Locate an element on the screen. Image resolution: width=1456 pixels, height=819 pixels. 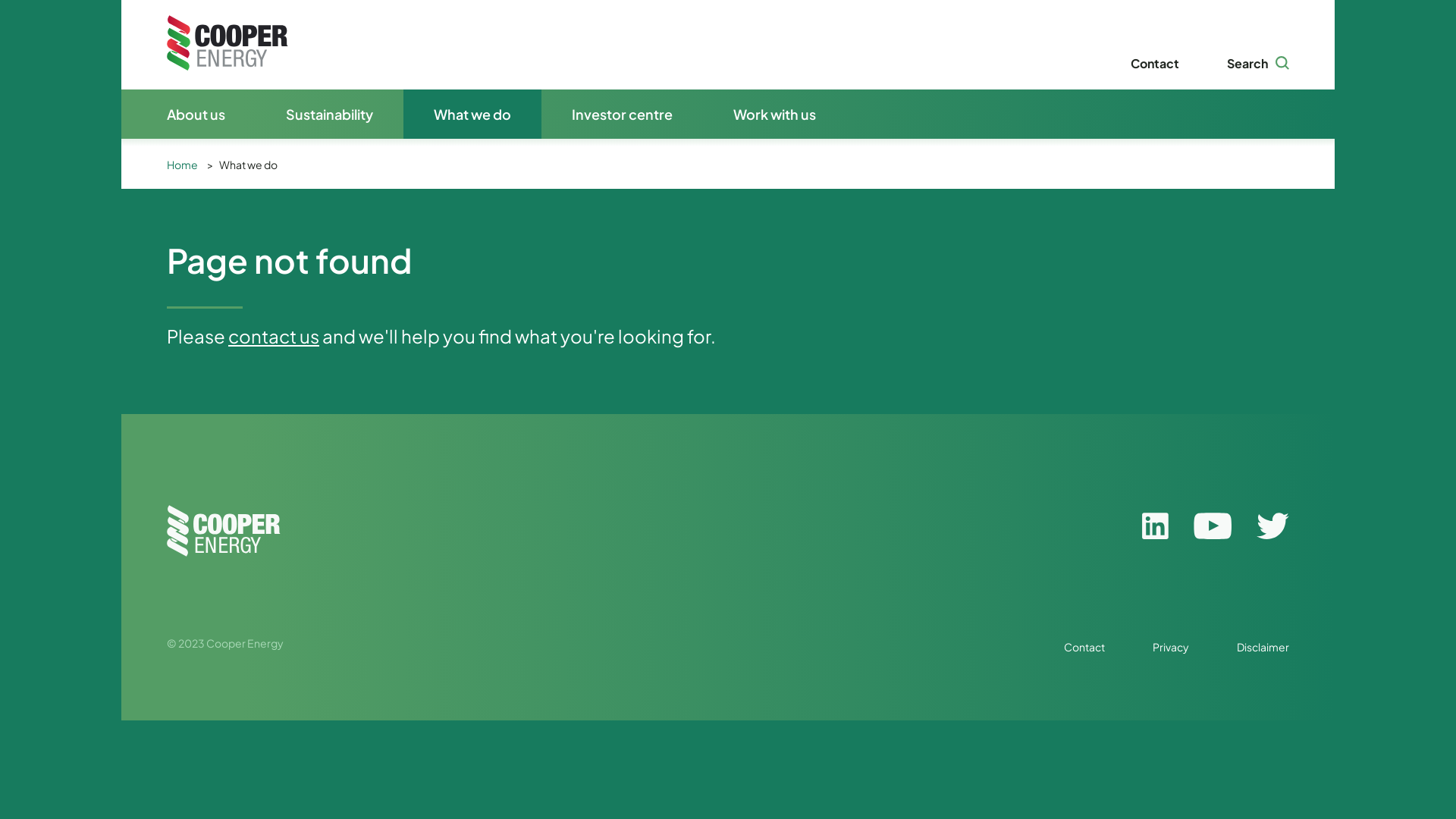
'Investor centre' is located at coordinates (622, 113).